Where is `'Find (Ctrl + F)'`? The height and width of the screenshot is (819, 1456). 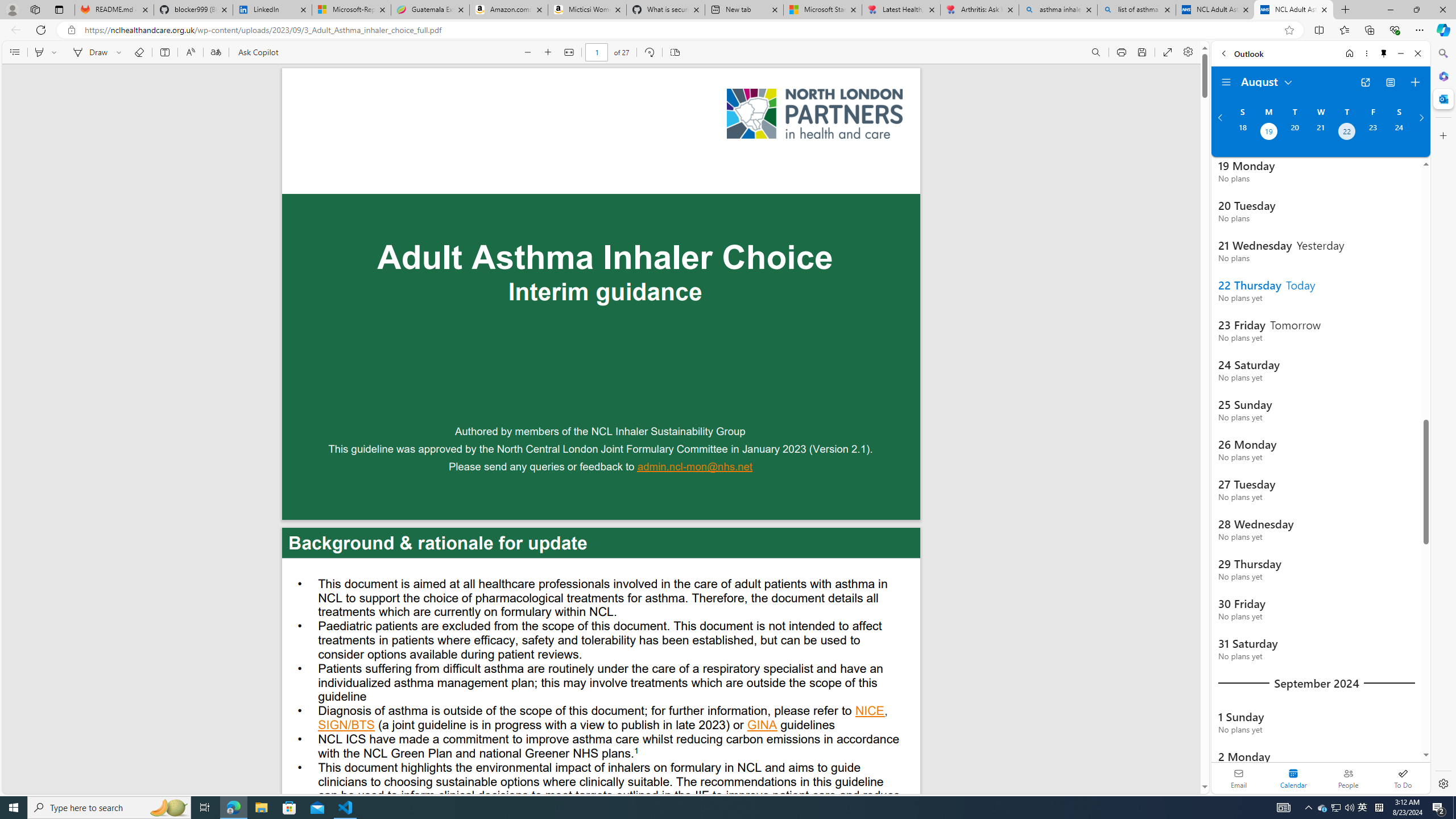
'Find (Ctrl + F)' is located at coordinates (1096, 52).